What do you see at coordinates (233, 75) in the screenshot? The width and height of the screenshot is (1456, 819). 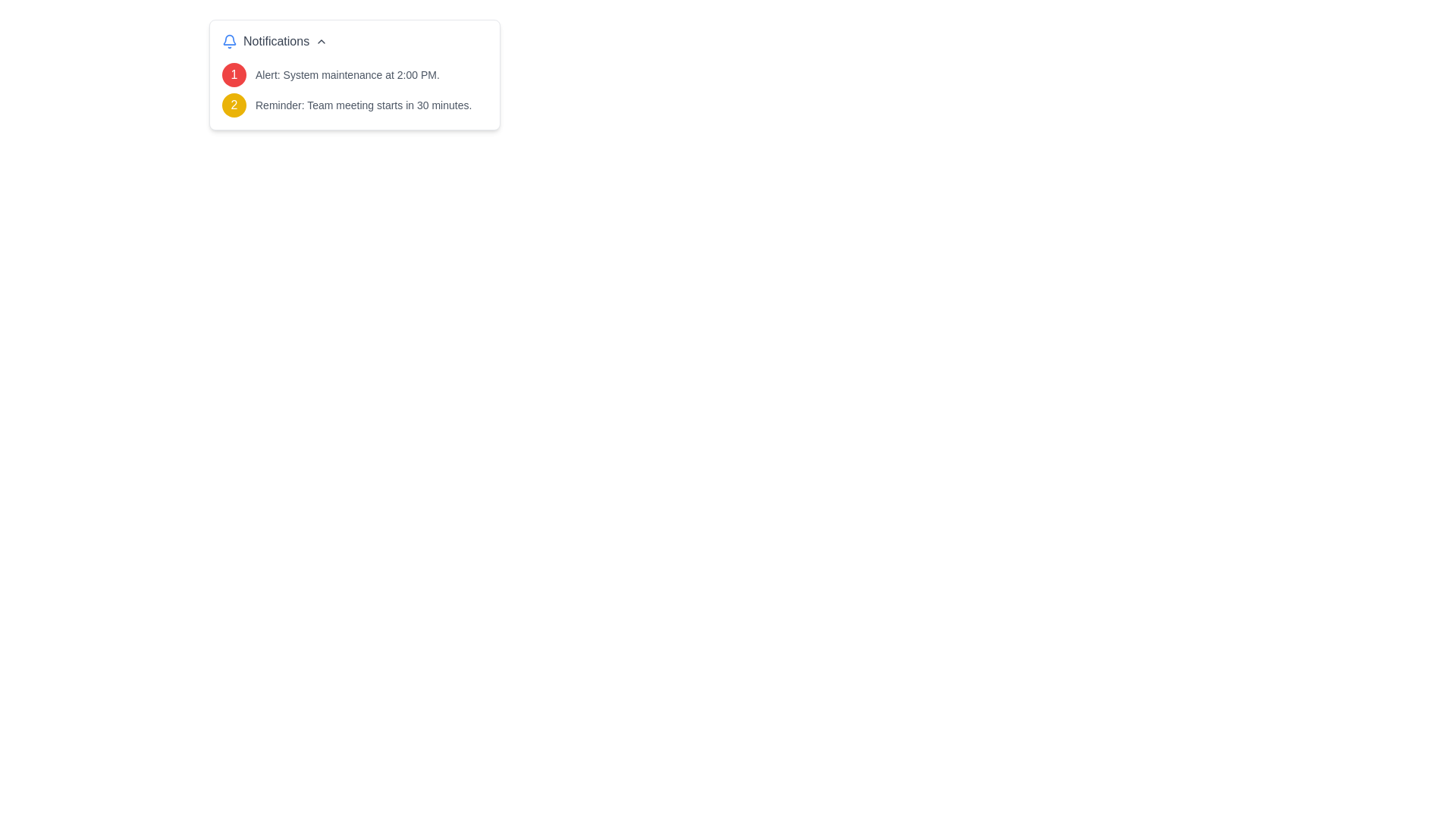 I see `the red circular badge with a white numeral '1' that is located at the top-left corner of the notification box, next to the alert message about system maintenance` at bounding box center [233, 75].